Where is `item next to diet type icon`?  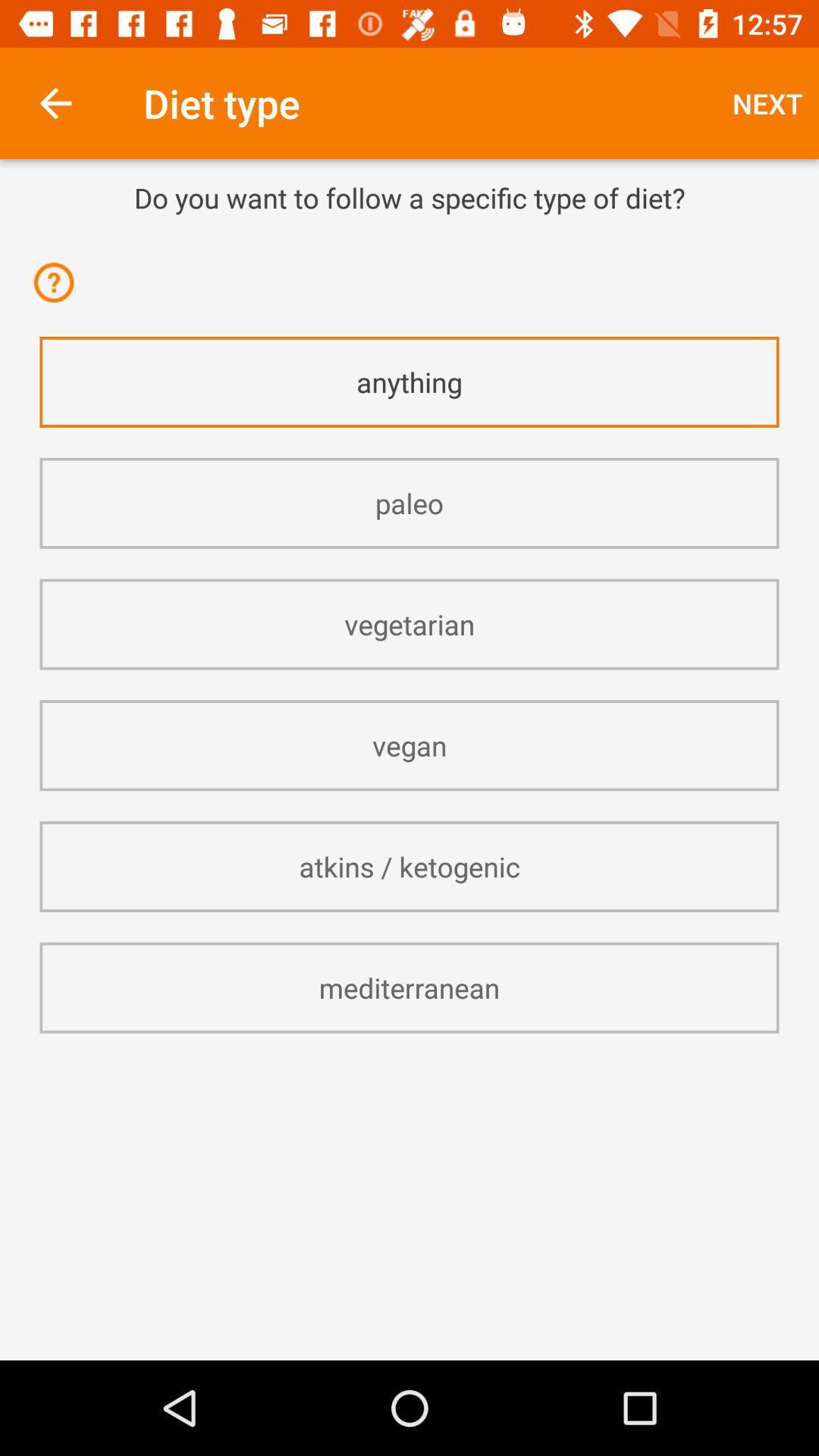
item next to diet type icon is located at coordinates (767, 102).